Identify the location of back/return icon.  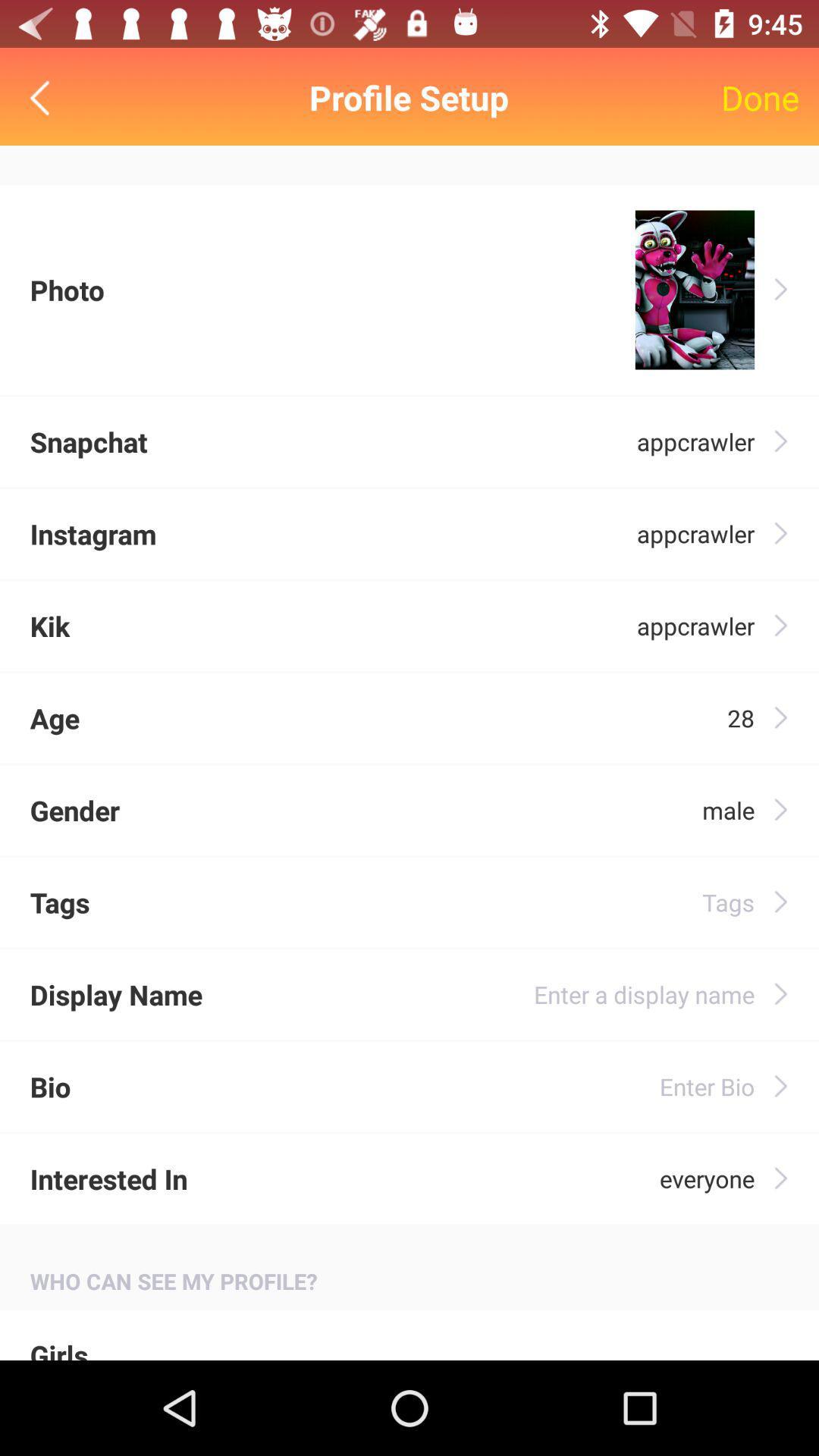
(42, 97).